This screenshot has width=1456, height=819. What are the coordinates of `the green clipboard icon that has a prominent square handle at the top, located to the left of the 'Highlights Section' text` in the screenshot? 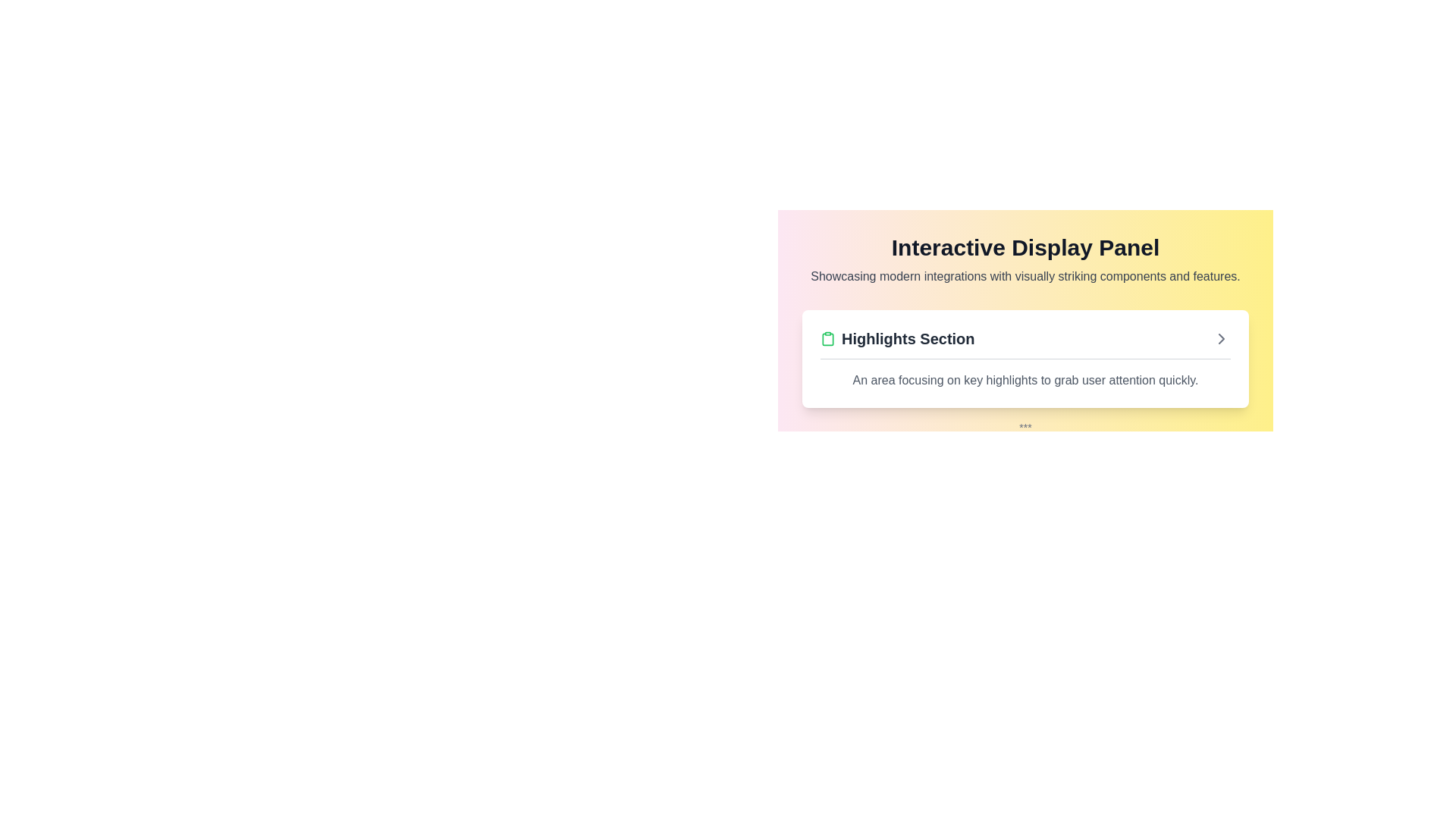 It's located at (827, 338).